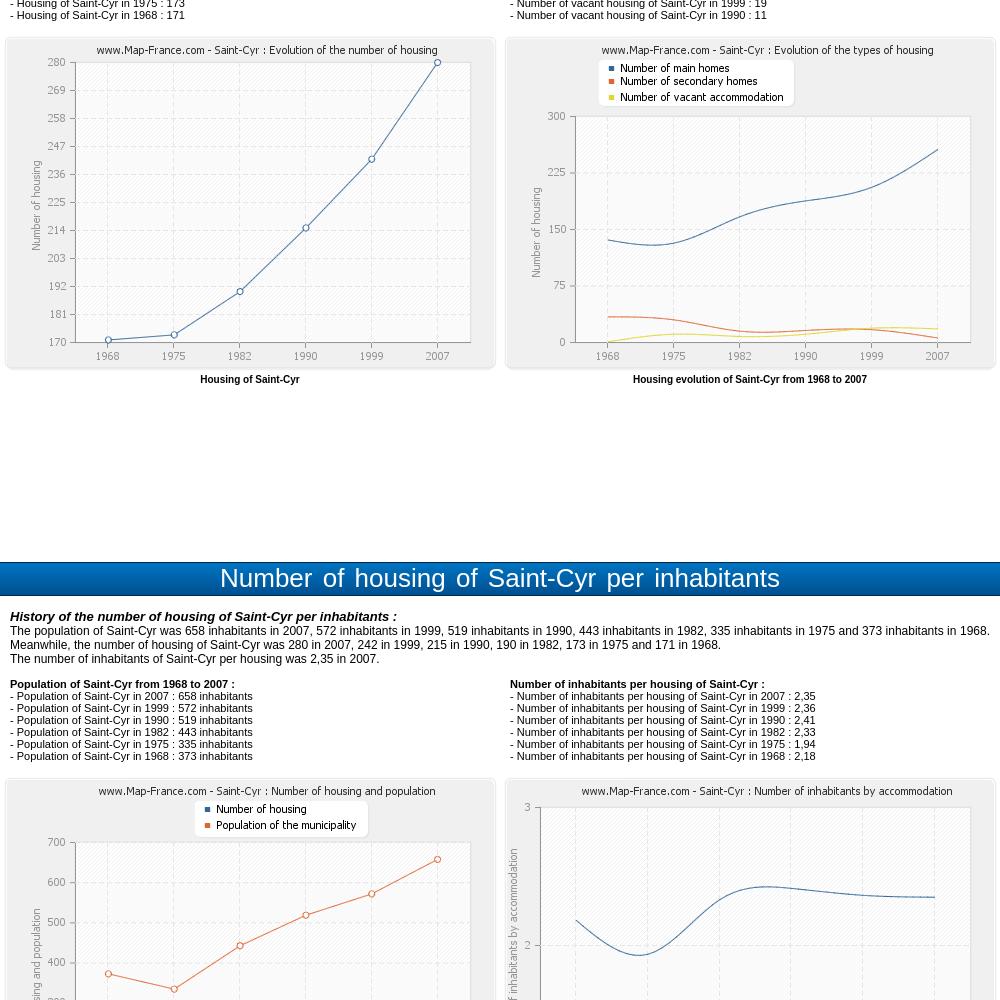 This screenshot has width=1000, height=1000. I want to click on 'The population of Saint-Cyr was 658 inhabitants in 2007, 572 inhabitants in 1999, 519 inhabitants in 1990, 443 inhabitants in 1982, 335 inhabitants in 1975 and 373 inhabitants in 1968. Meanwhile, the number of housing of Saint-Cyr was 280 in 2007, 242 in 1999, 215 in 1990, 190 in 1982, 173 in 1975 and 171 in 1968.', so click(500, 638).